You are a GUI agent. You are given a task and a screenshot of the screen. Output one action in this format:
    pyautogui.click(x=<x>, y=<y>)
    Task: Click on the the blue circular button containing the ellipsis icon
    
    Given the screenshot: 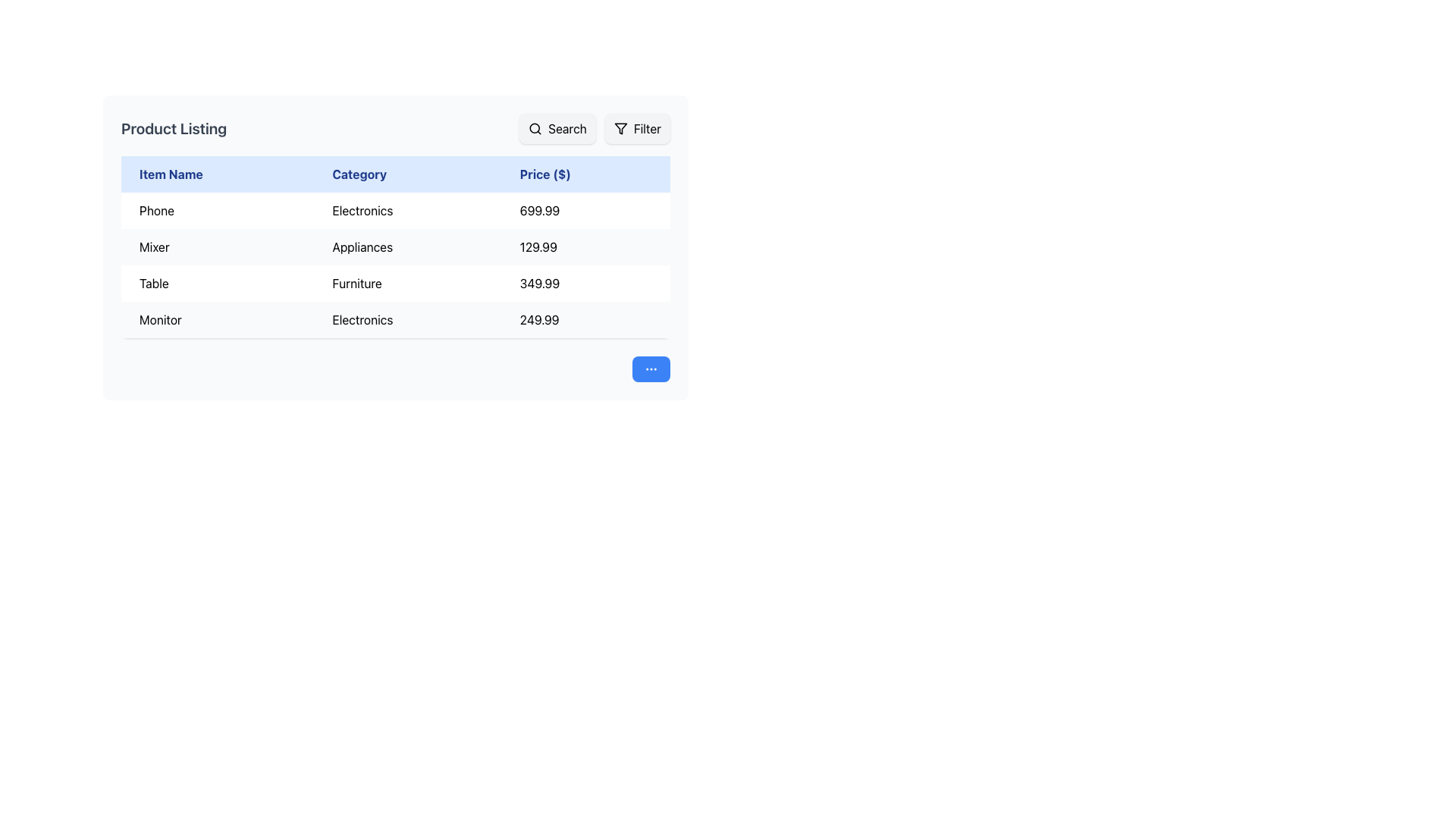 What is the action you would take?
    pyautogui.click(x=651, y=369)
    